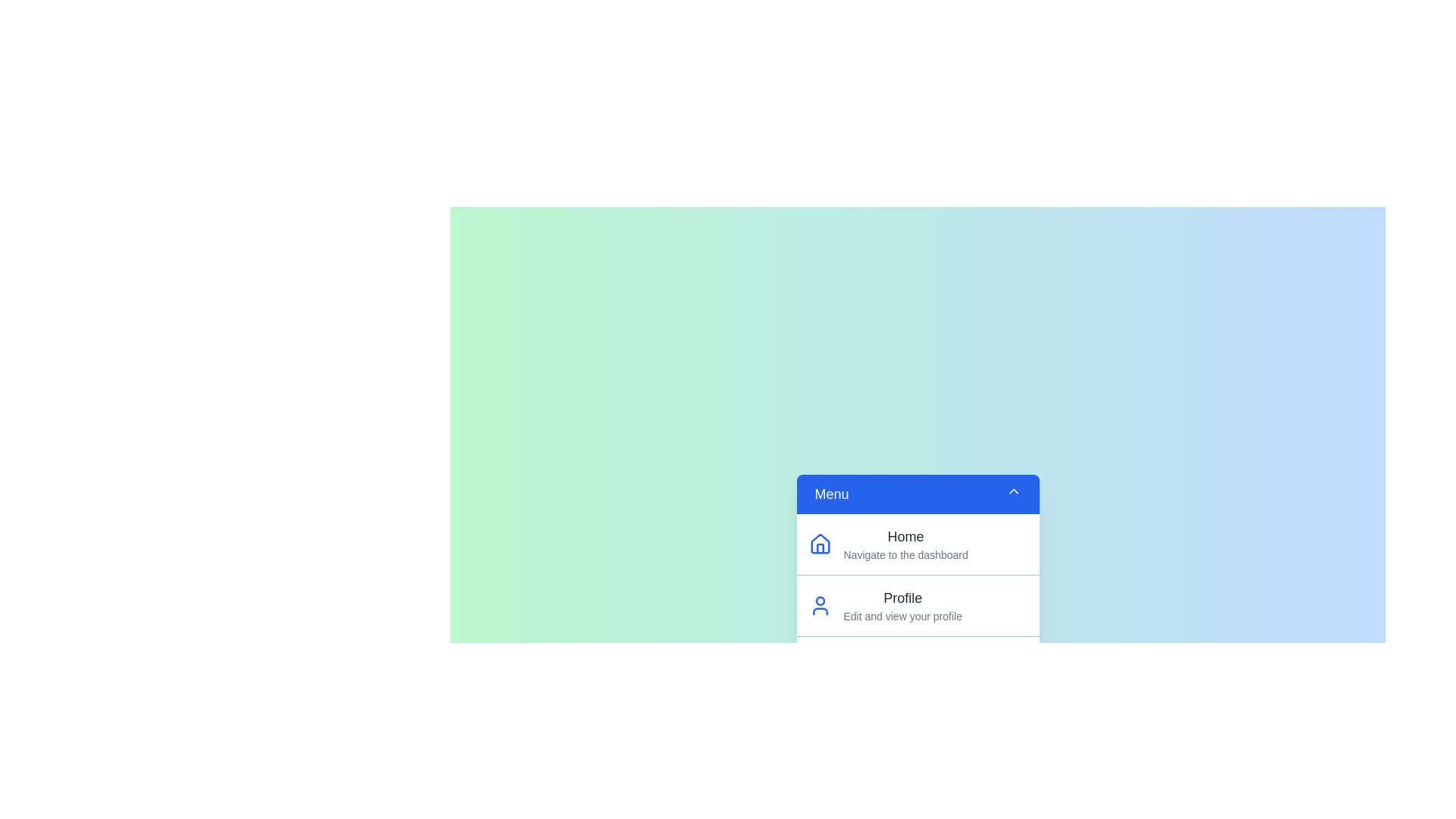  What do you see at coordinates (917, 543) in the screenshot?
I see `the menu item labeled 'Home' to observe hover effects` at bounding box center [917, 543].